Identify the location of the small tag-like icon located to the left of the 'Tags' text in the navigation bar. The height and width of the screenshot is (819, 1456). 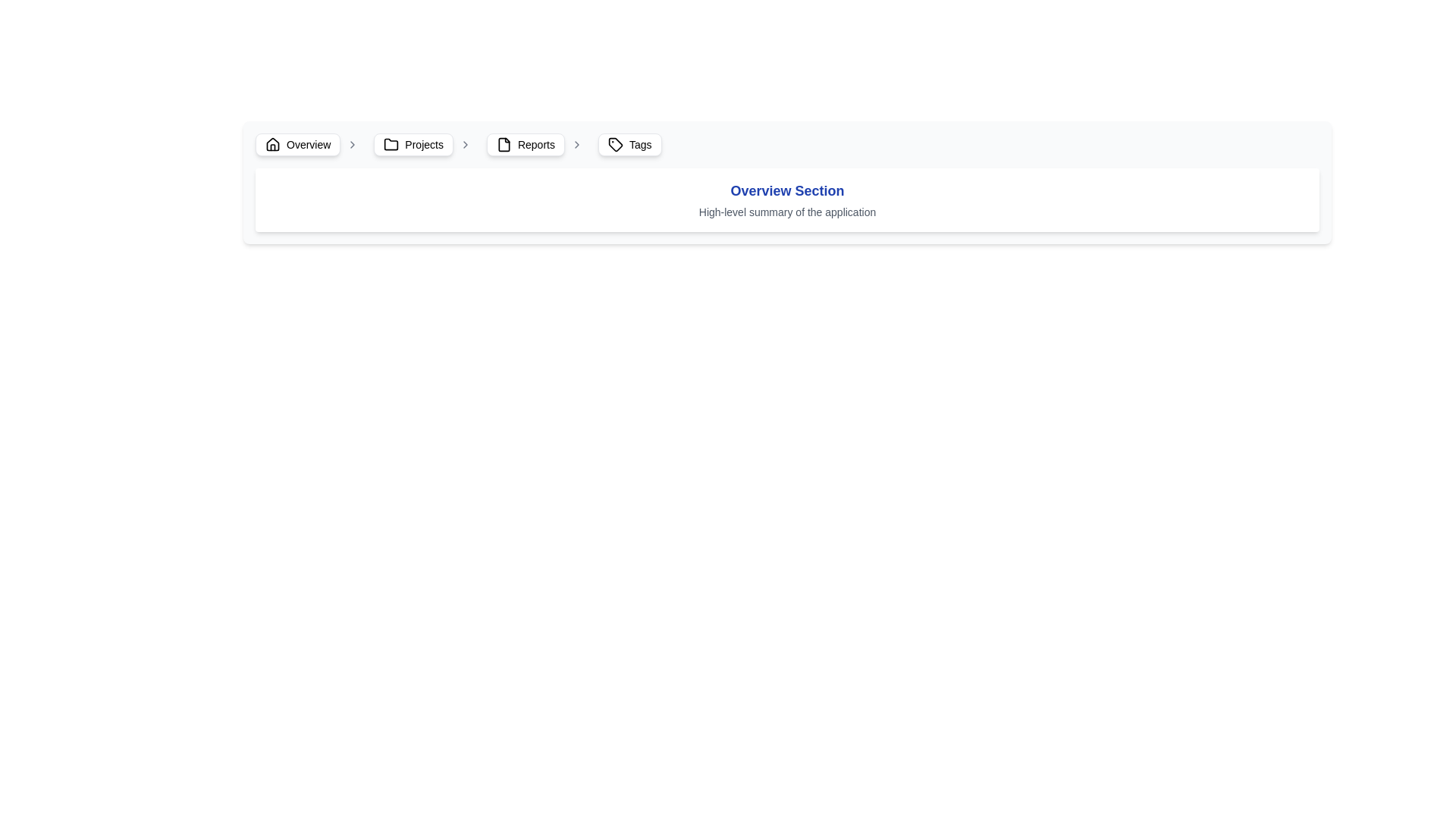
(615, 145).